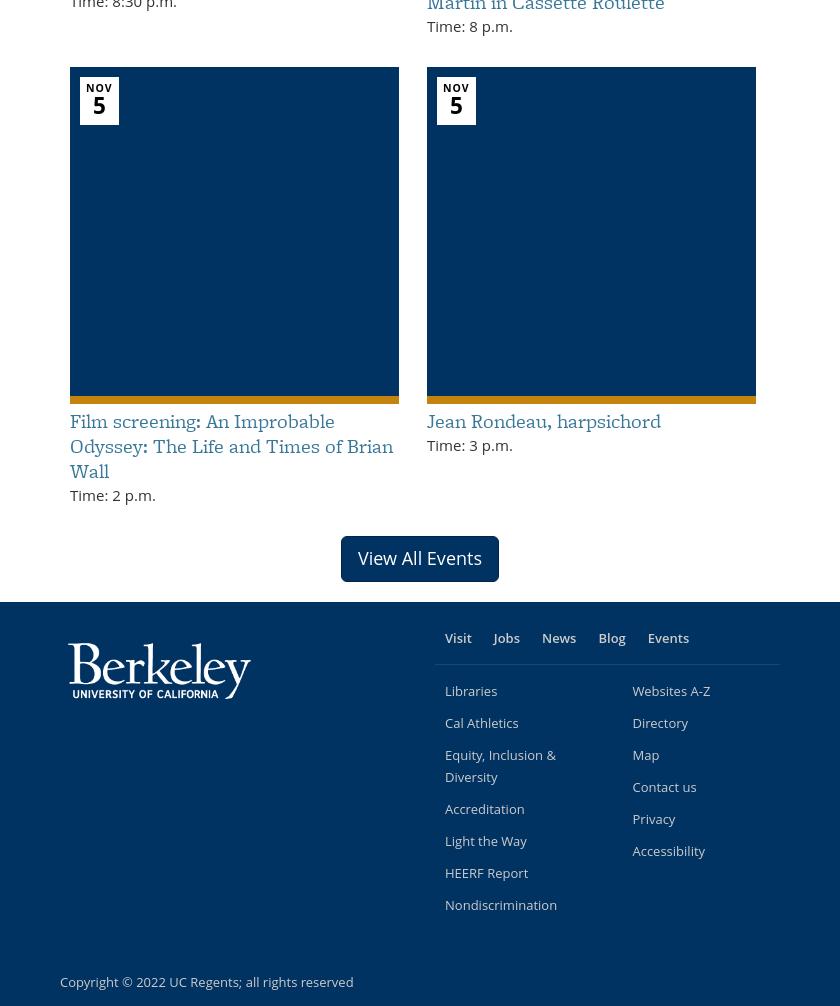 The height and width of the screenshot is (1006, 840). Describe the element at coordinates (445, 839) in the screenshot. I see `'Light the Way'` at that location.